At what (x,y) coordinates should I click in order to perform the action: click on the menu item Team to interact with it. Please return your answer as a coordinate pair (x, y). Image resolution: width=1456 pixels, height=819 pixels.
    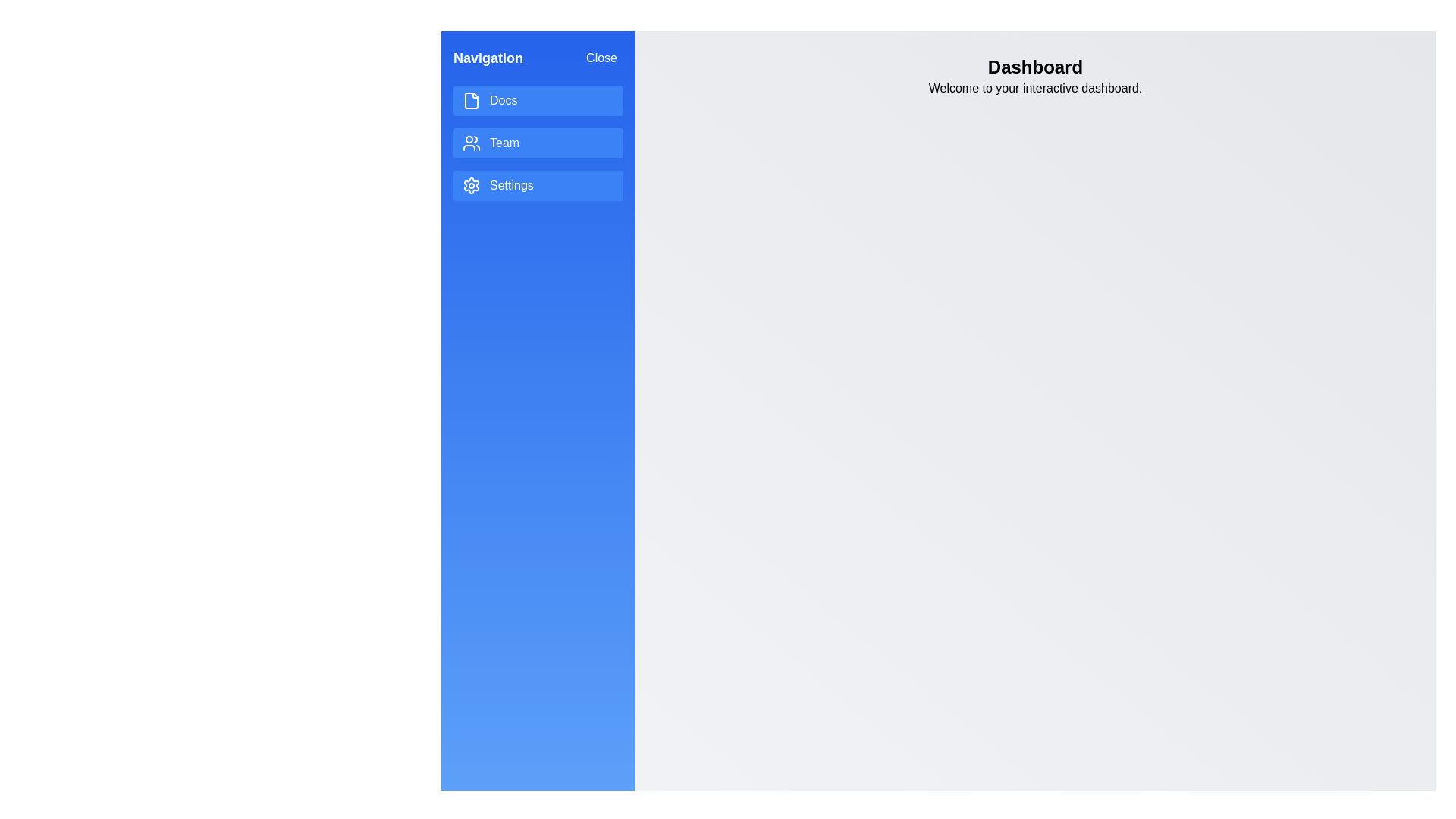
    Looking at the image, I should click on (538, 143).